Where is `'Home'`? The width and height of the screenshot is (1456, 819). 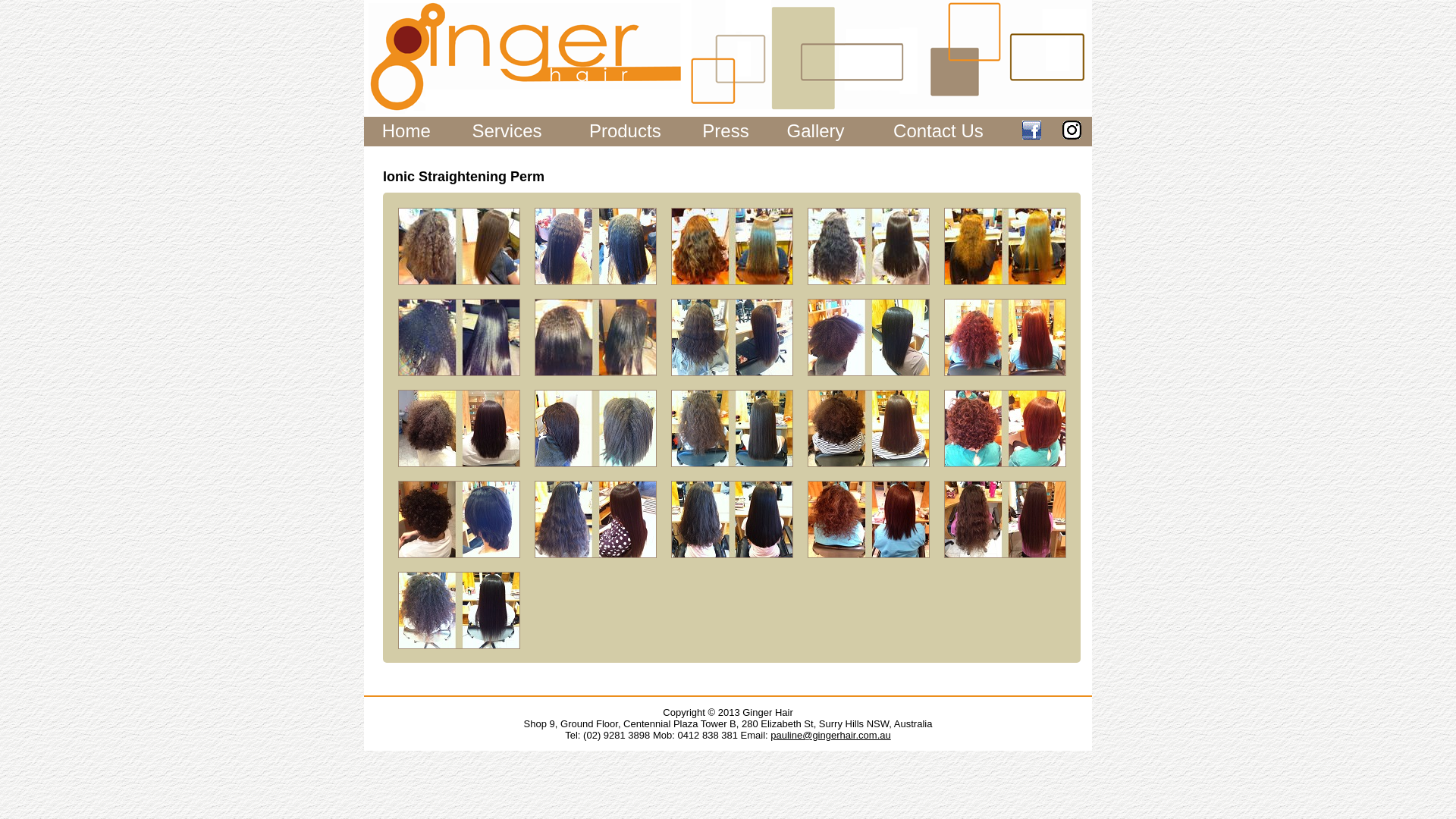
'Home' is located at coordinates (406, 130).